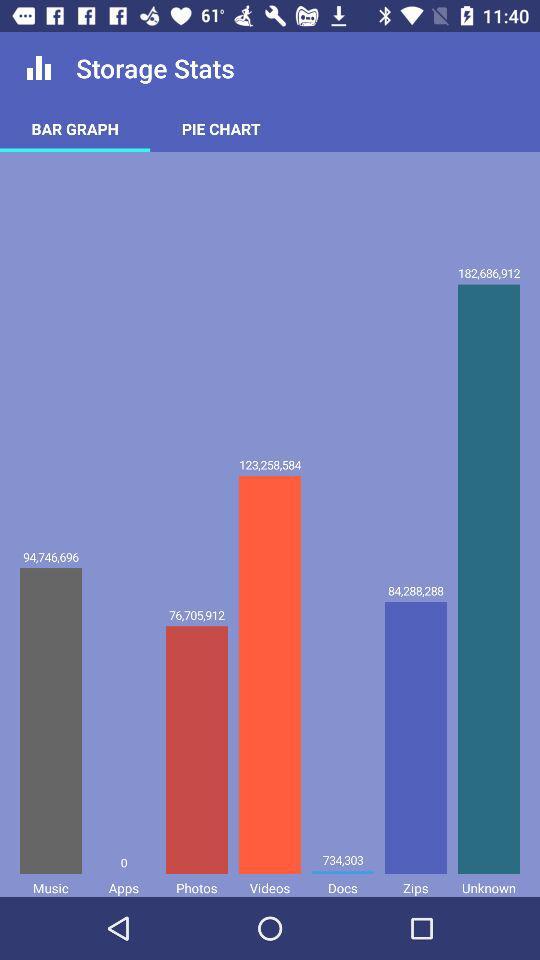 Image resolution: width=540 pixels, height=960 pixels. I want to click on icon below the    storage stats item, so click(220, 127).